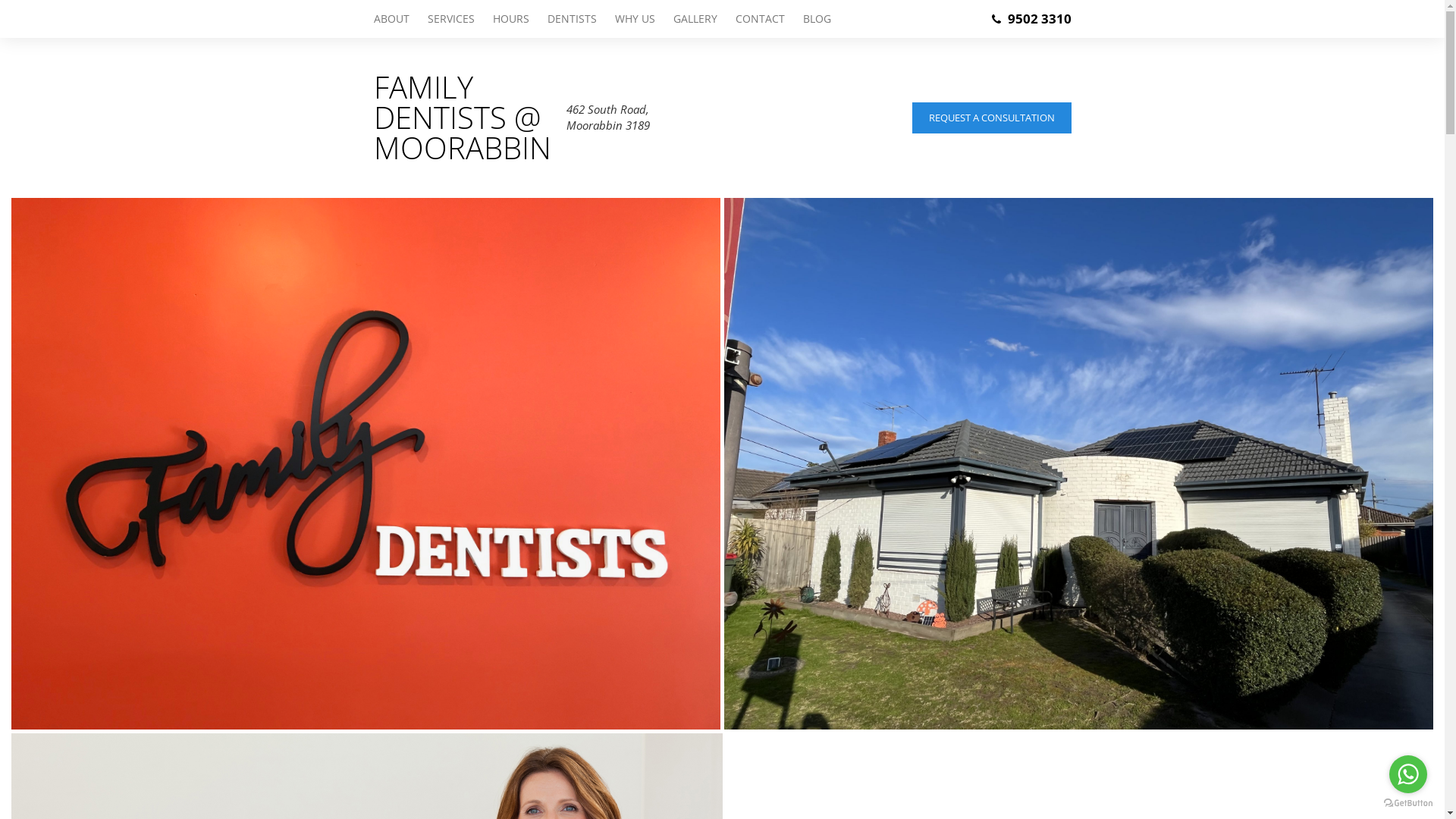 This screenshot has width=1456, height=819. Describe the element at coordinates (450, 18) in the screenshot. I see `'SERVICES'` at that location.